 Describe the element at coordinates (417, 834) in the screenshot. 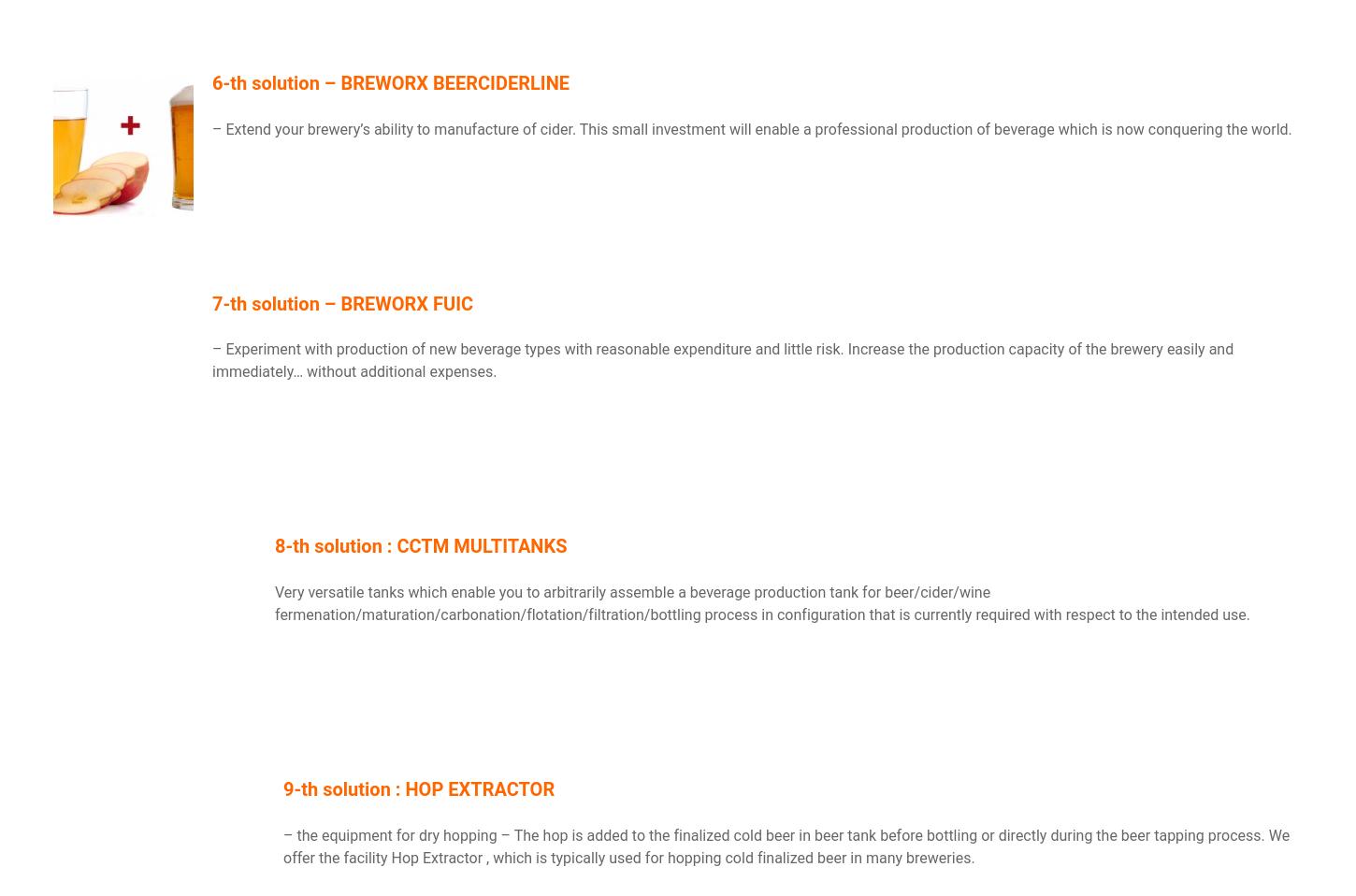

I see `'dry hopping'` at that location.